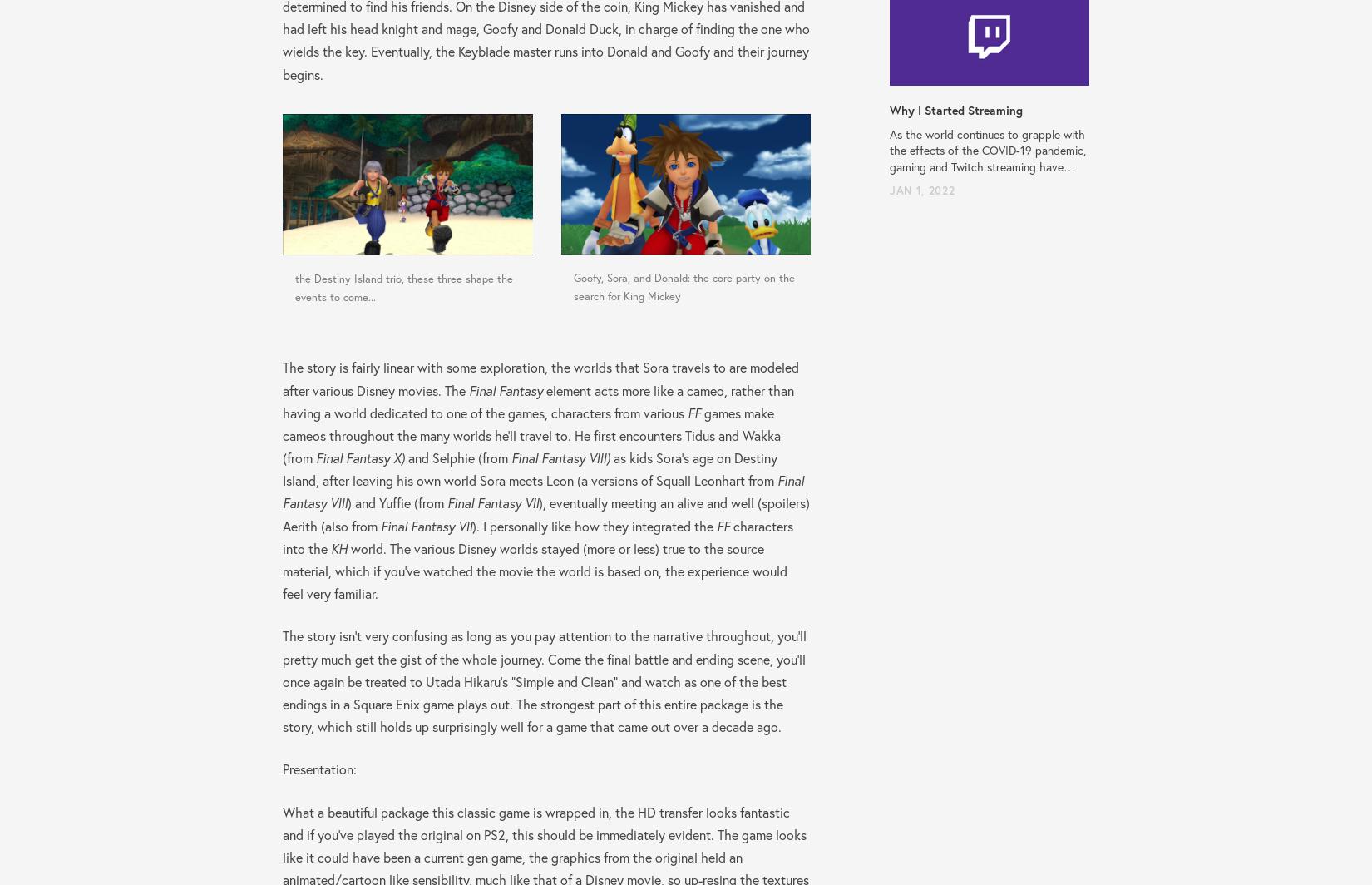 The width and height of the screenshot is (1372, 885). Describe the element at coordinates (544, 680) in the screenshot. I see `'The story isn’t very confusing as
long as you pay attention to the narrative throughout, you’ll pretty much get
the gist of the whole journey. Come the final battle and ending scene, you’ll
once again be treated to Utada Hikaru’s “Simple and Clean” and watch as one of
the best endings in a Square Enix game plays out. The strongest part of this
entire package is the story, which still holds up surprisingly well for a game
that came out over a decade ago.'` at that location.